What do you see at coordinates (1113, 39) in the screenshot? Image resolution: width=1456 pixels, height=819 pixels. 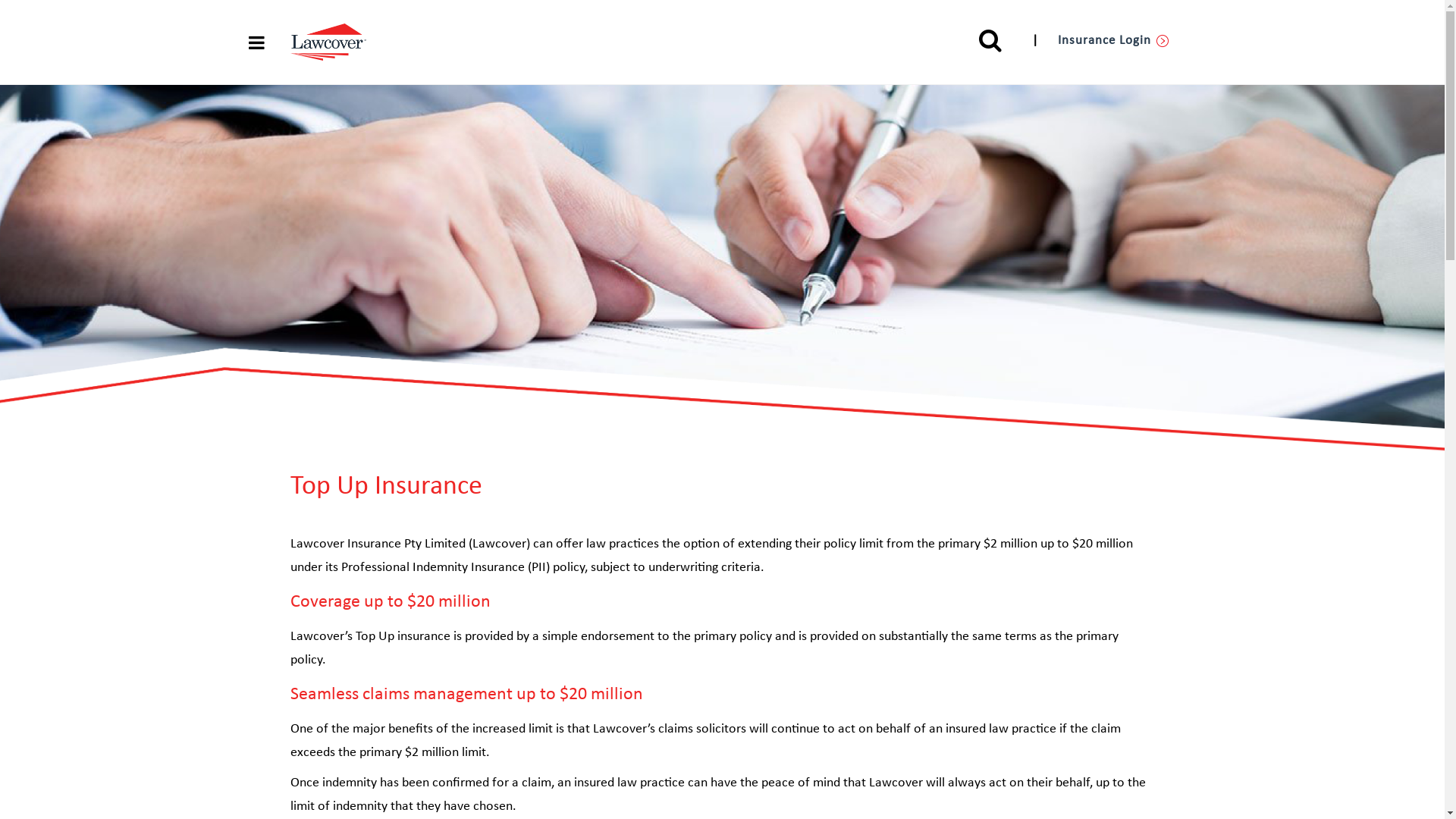 I see `'Insurance Login'` at bounding box center [1113, 39].